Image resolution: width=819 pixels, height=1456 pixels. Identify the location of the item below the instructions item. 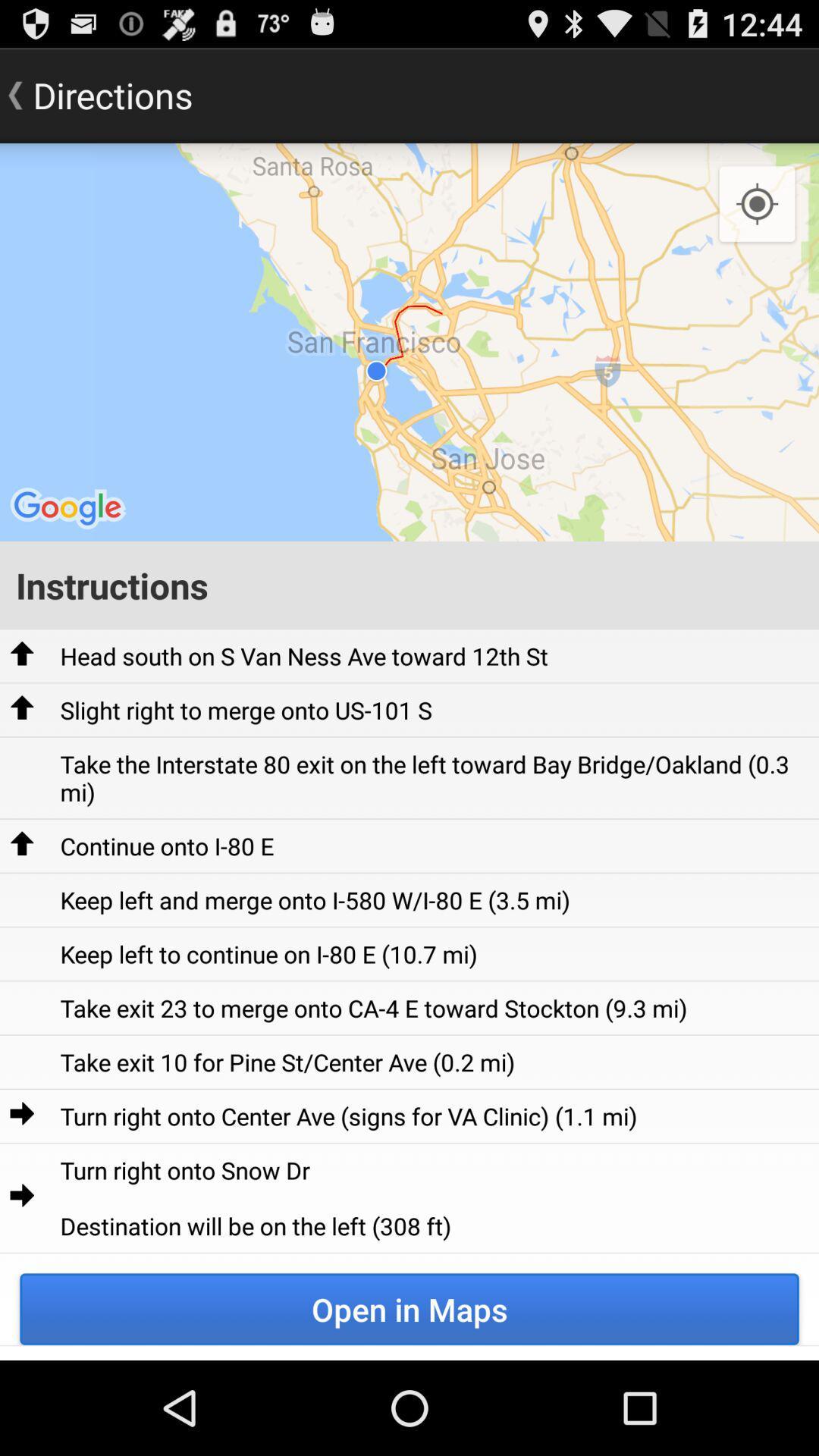
(304, 656).